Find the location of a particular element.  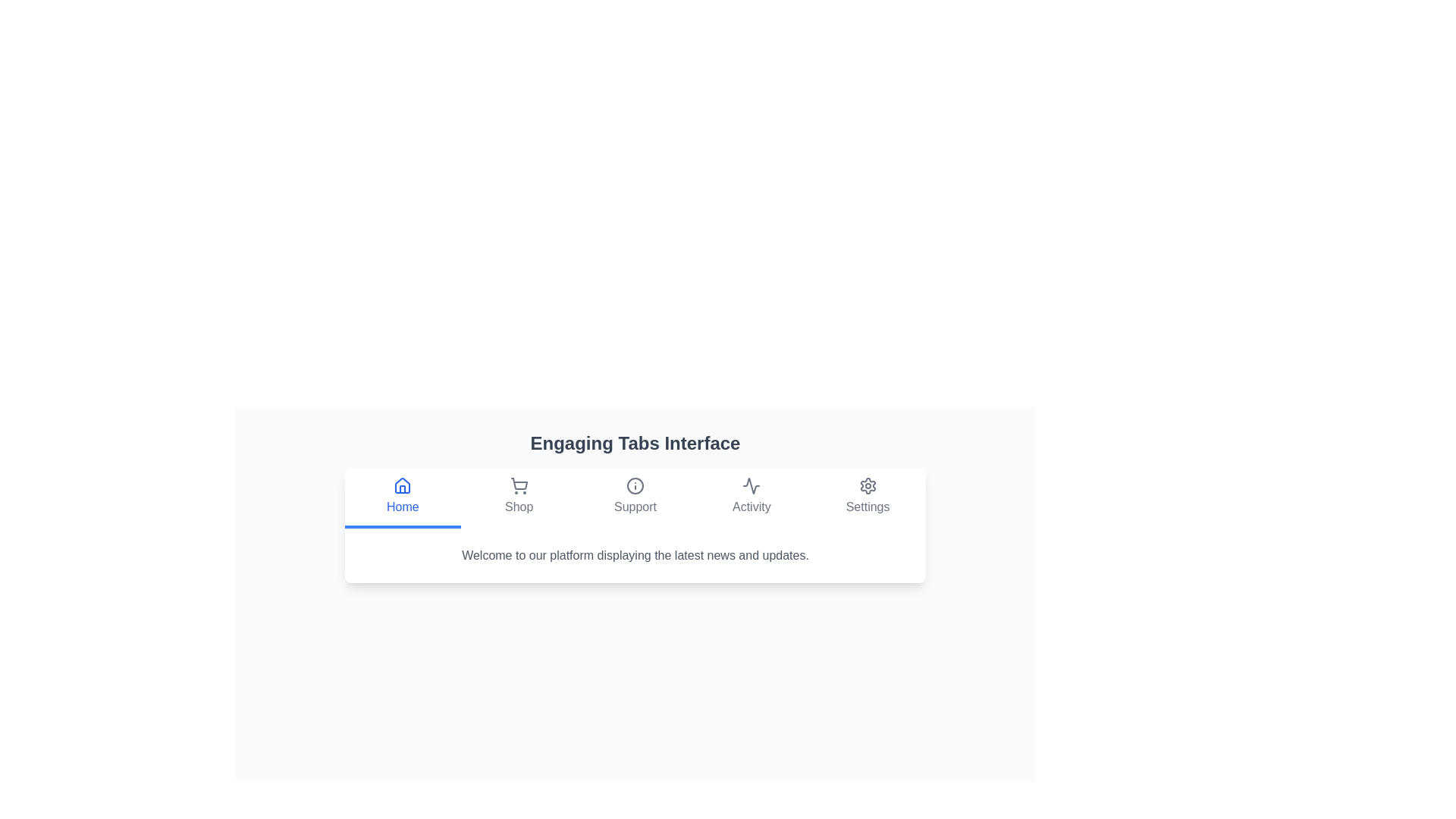

static informational text displaying the message 'Welcome to our platform displaying the latest news and updates.' located beneath the navigation bar is located at coordinates (635, 555).